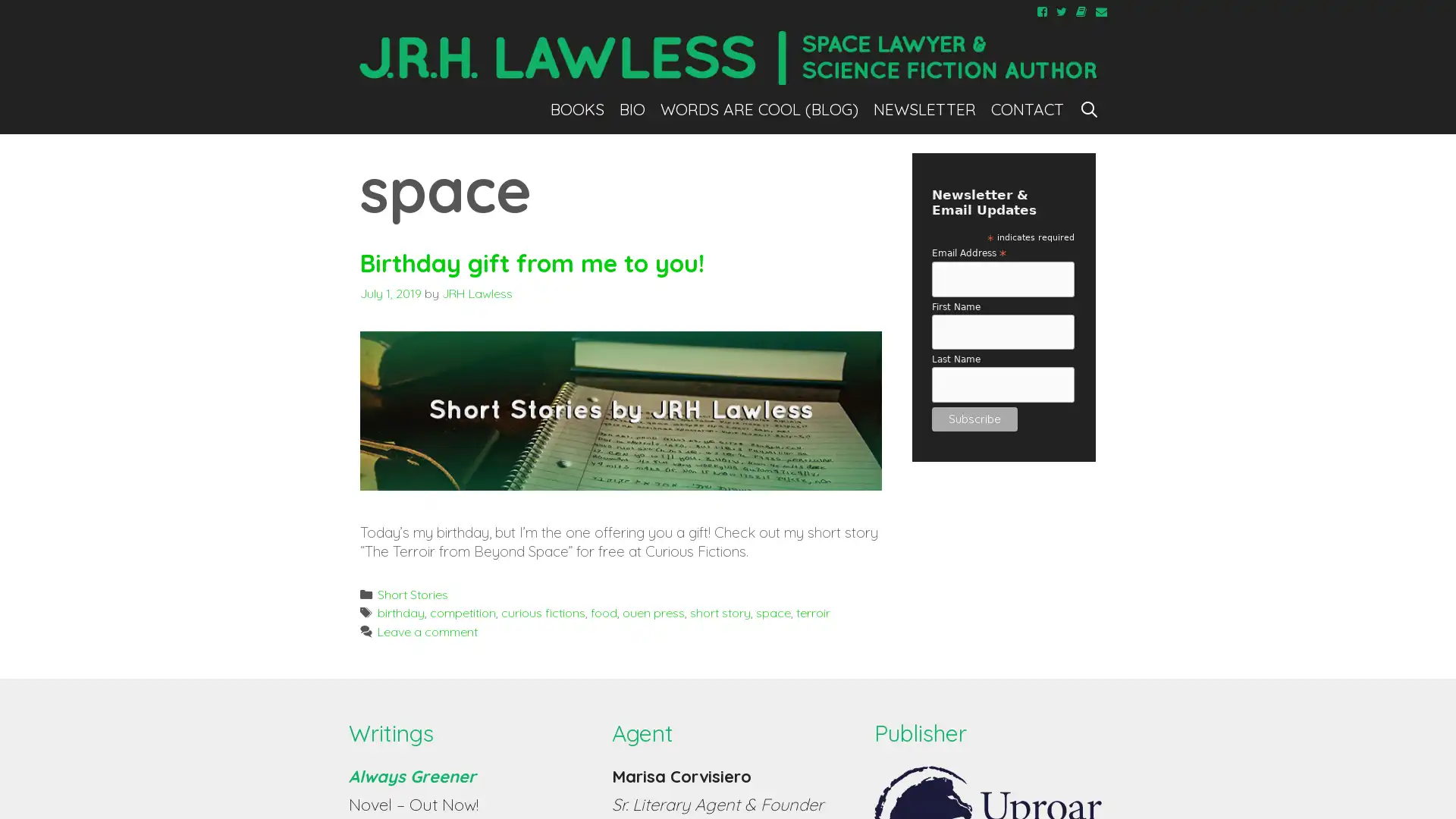 This screenshot has width=1456, height=819. Describe the element at coordinates (974, 418) in the screenshot. I see `Subscribe` at that location.